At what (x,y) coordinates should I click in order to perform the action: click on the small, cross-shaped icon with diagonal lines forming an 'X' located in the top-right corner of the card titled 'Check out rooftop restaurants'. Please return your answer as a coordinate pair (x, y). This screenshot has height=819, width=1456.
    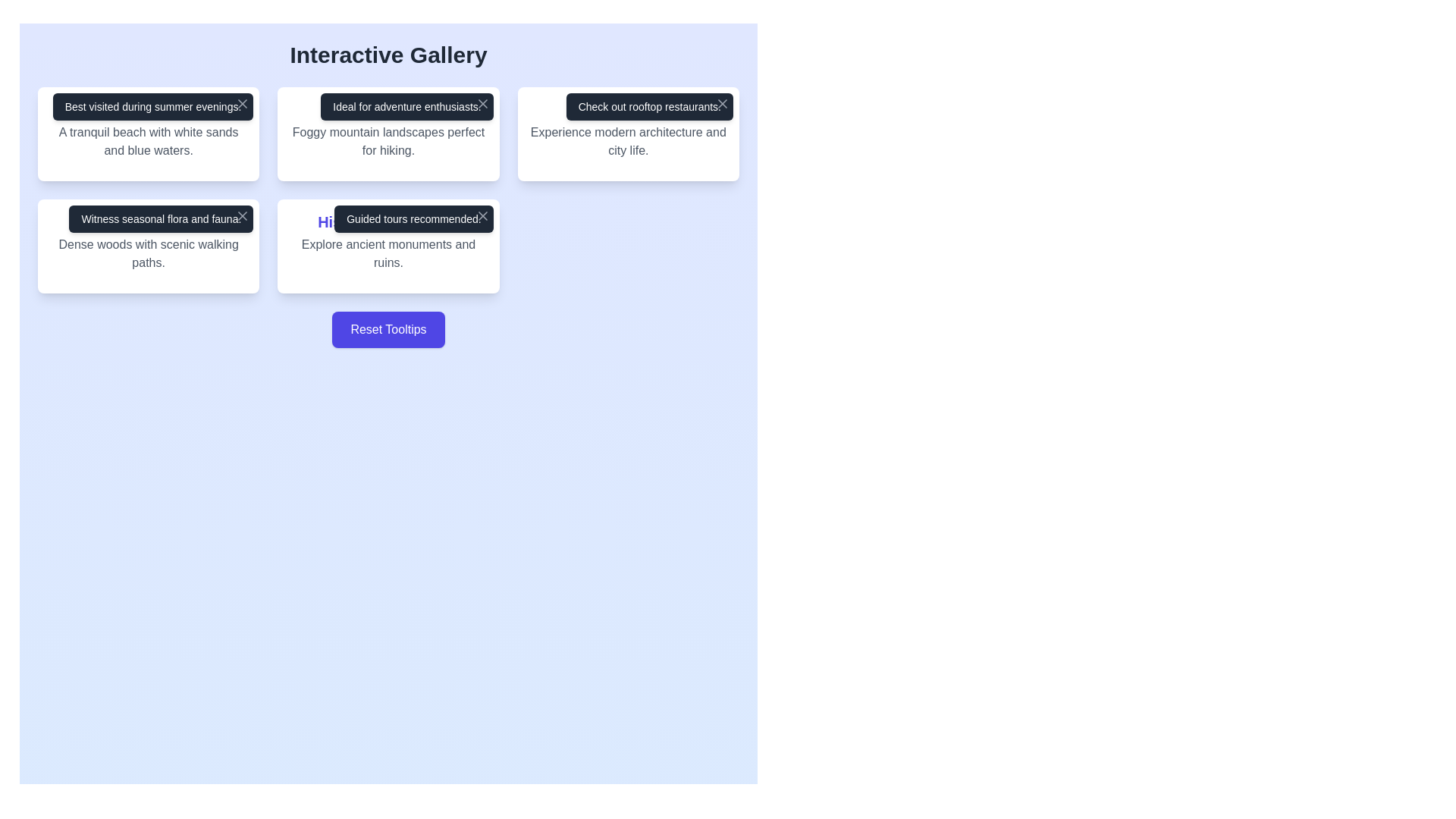
    Looking at the image, I should click on (722, 103).